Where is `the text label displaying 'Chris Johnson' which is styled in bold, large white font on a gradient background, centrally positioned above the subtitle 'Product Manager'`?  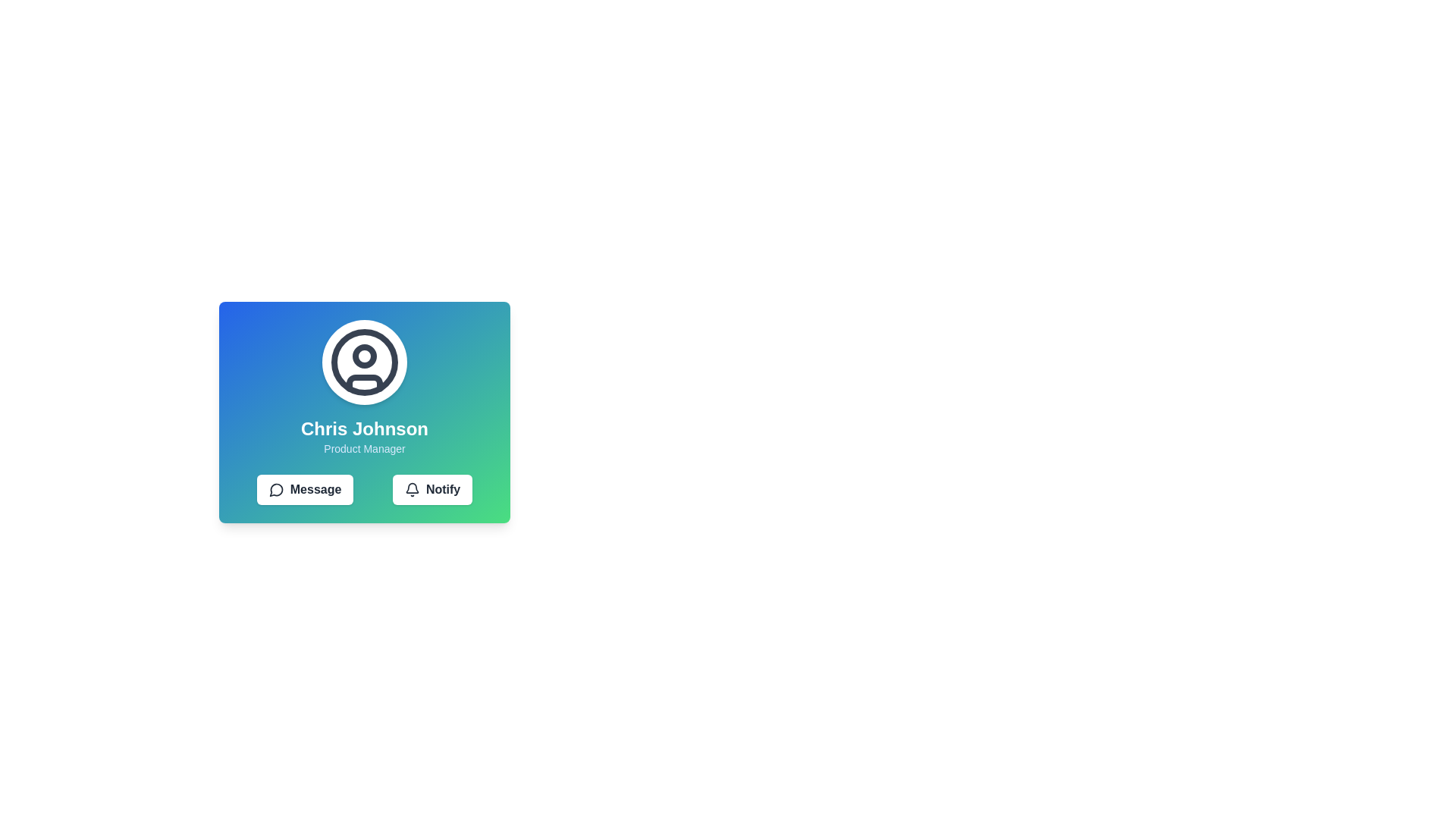
the text label displaying 'Chris Johnson' which is styled in bold, large white font on a gradient background, centrally positioned above the subtitle 'Product Manager' is located at coordinates (364, 429).